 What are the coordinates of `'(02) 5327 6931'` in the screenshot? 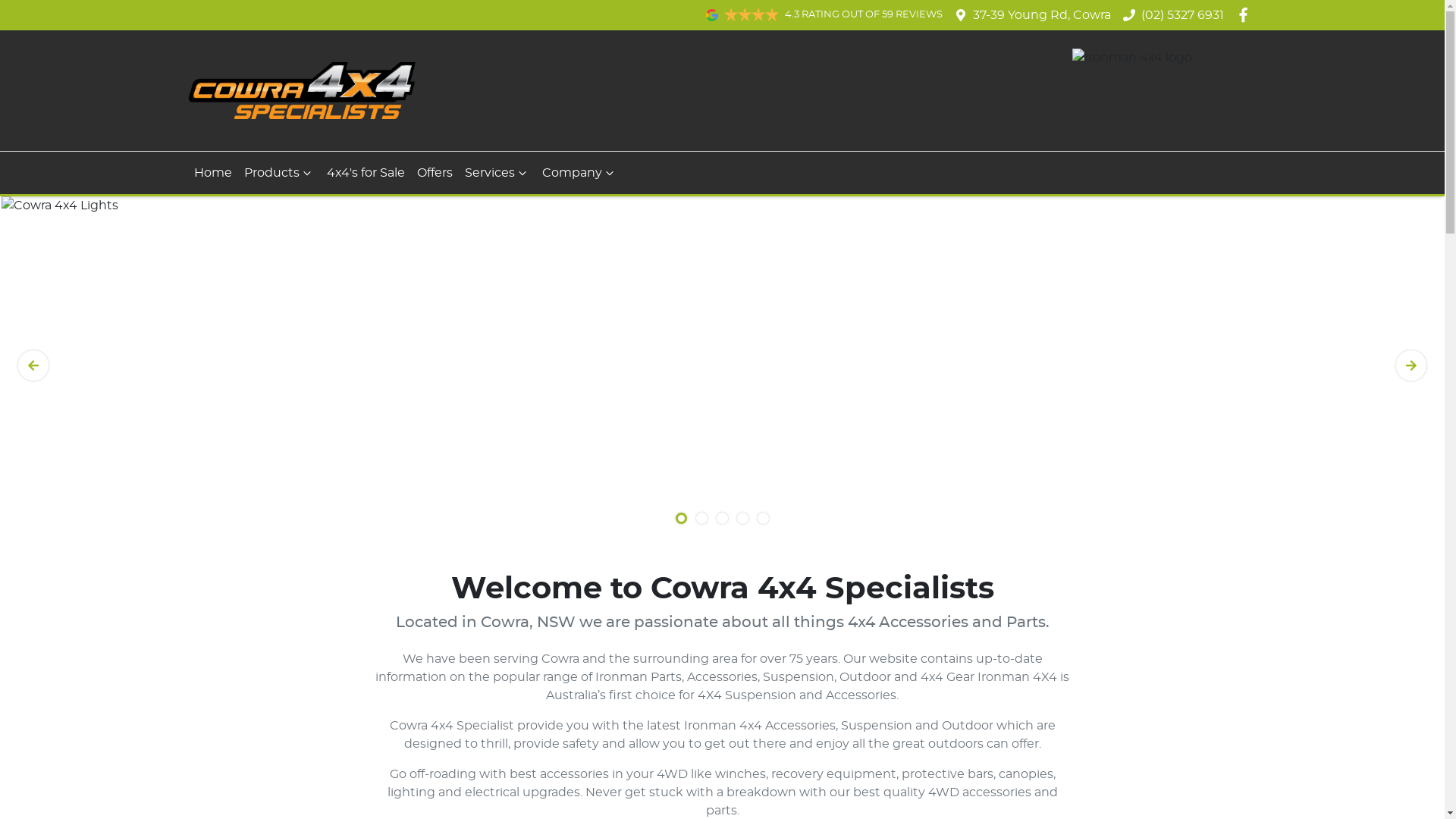 It's located at (1181, 14).